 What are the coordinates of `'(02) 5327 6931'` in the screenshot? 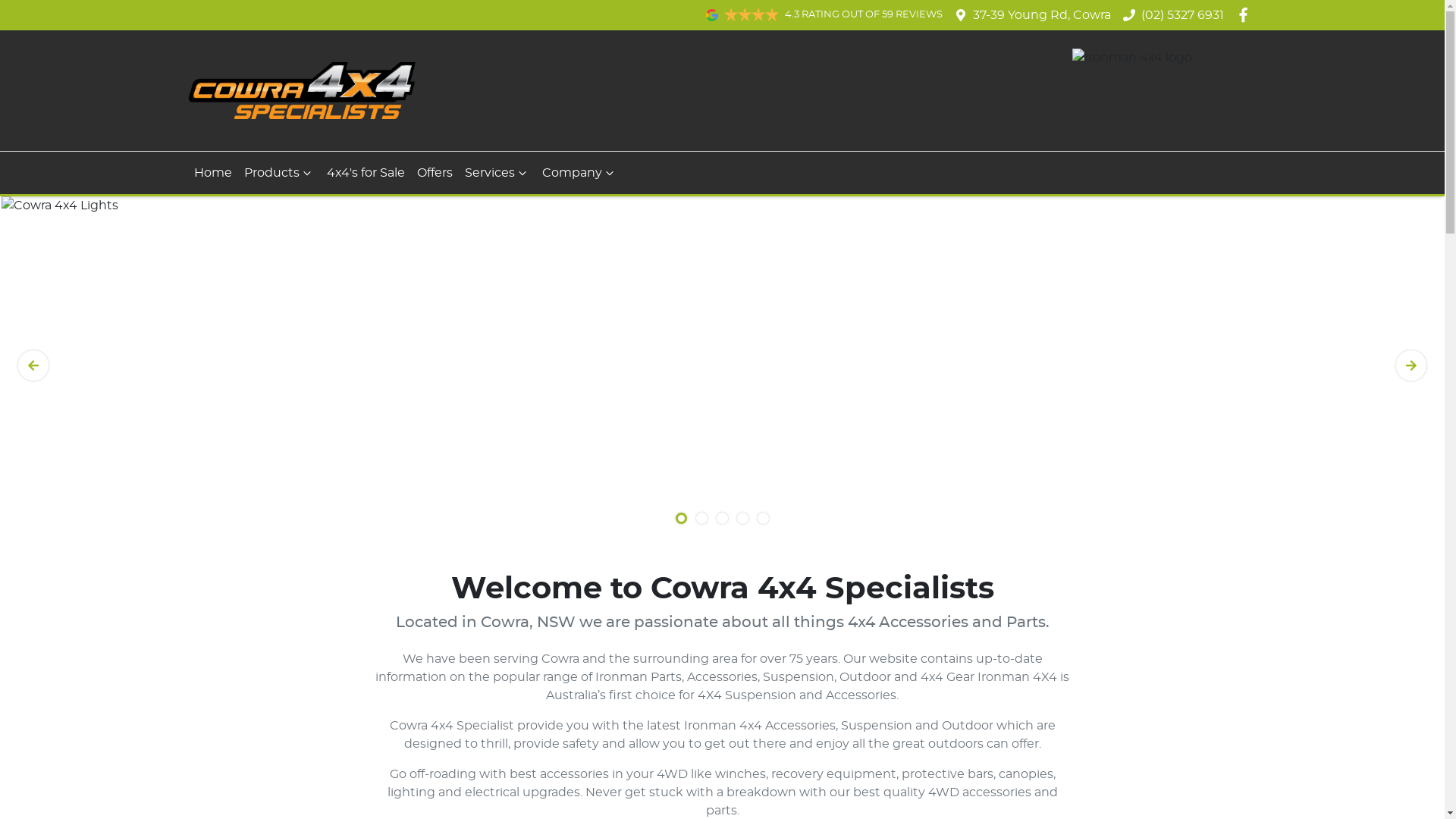 It's located at (1181, 14).